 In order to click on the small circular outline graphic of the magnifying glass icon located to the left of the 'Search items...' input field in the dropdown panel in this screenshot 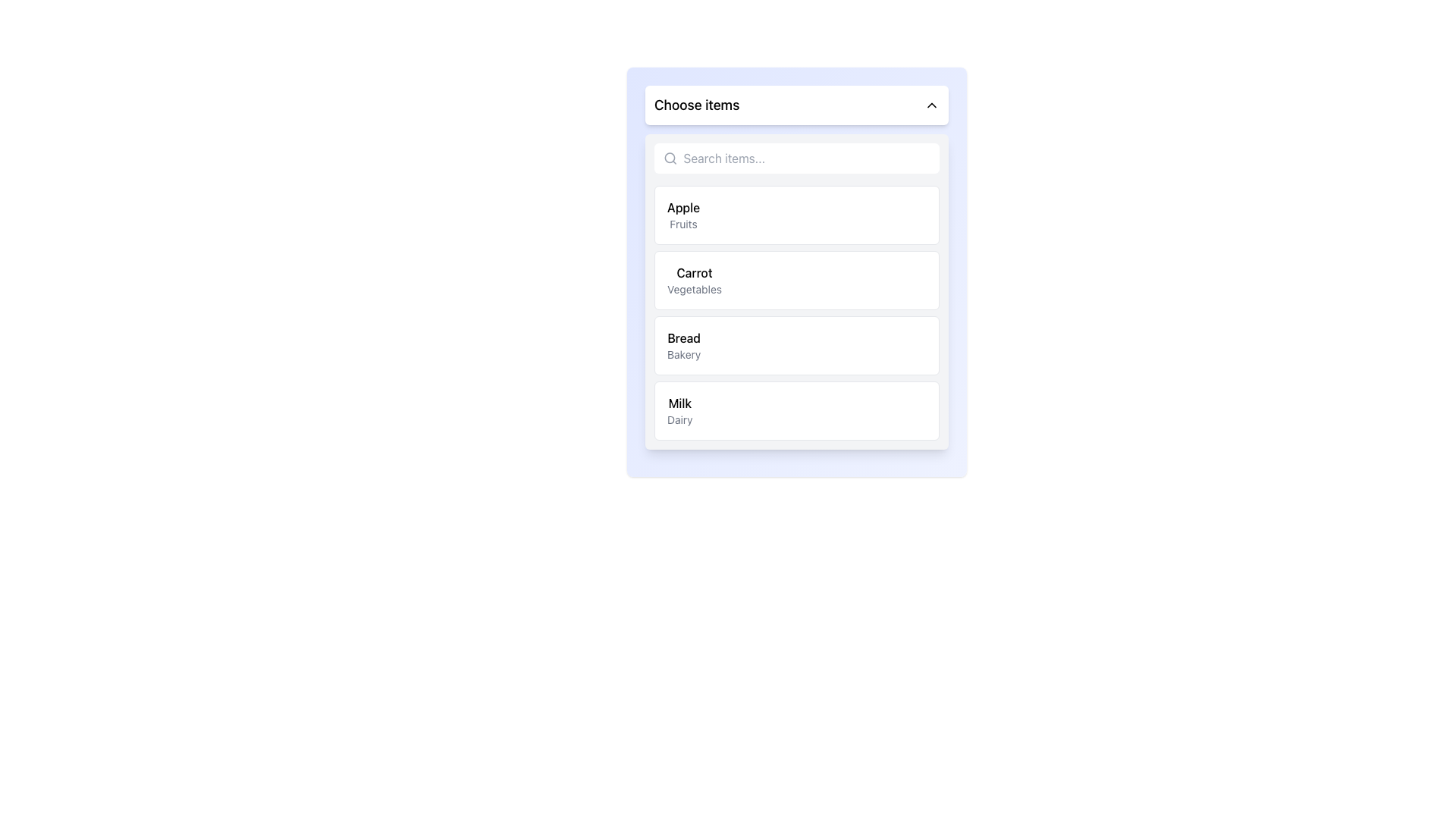, I will do `click(669, 158)`.